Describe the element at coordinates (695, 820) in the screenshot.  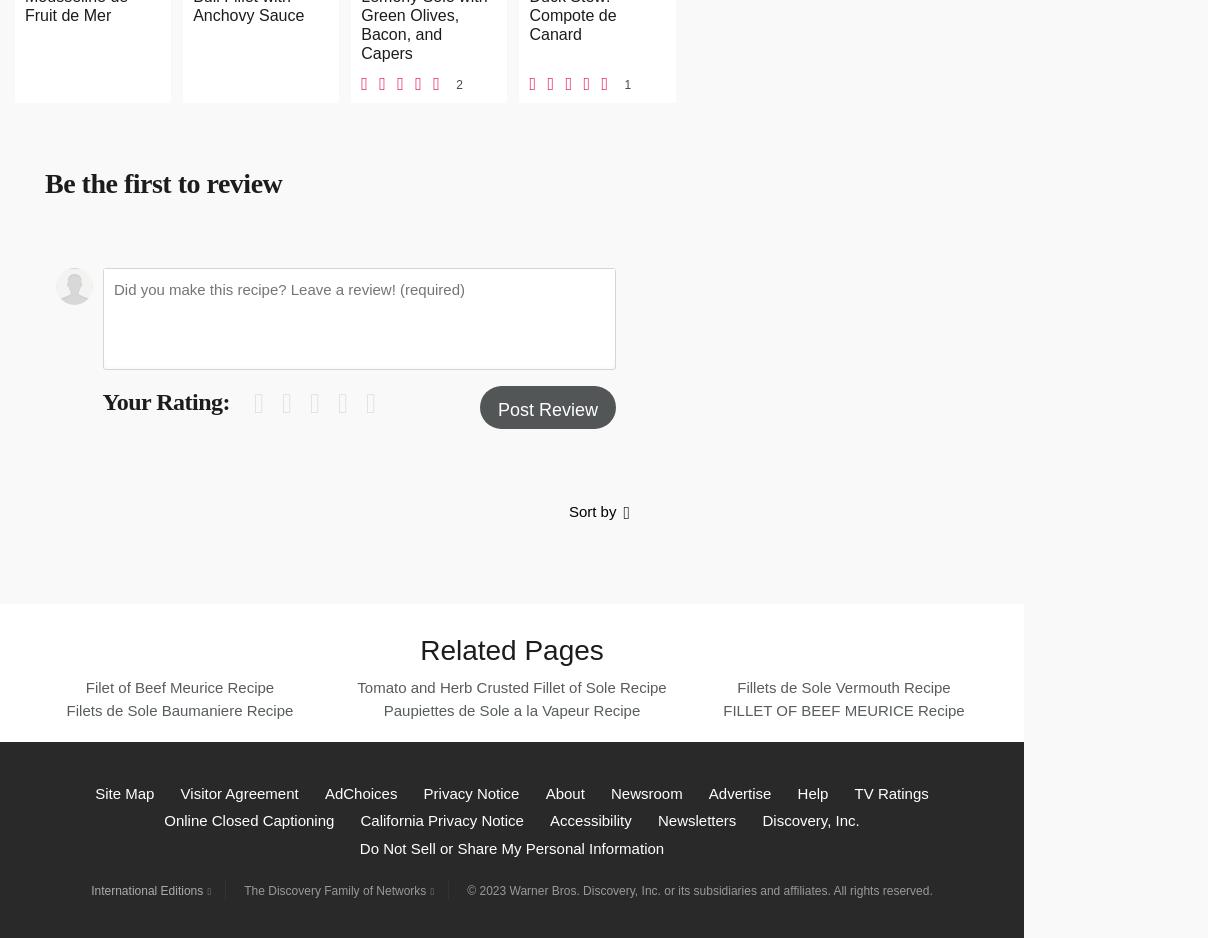
I see `'Newsletters'` at that location.